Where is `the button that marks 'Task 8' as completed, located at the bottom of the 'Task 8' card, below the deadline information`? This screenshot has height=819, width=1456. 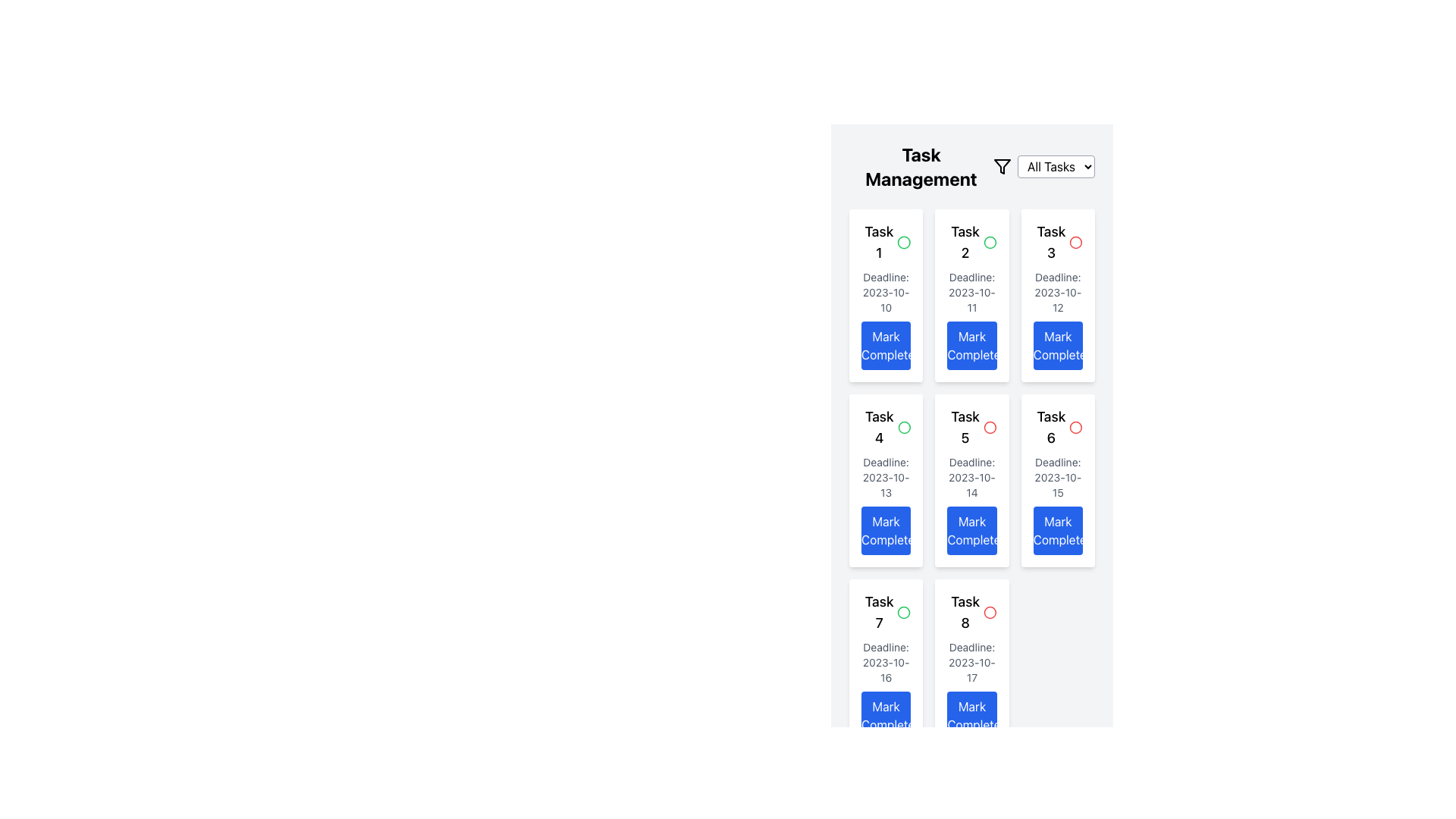
the button that marks 'Task 8' as completed, located at the bottom of the 'Task 8' card, below the deadline information is located at coordinates (971, 716).